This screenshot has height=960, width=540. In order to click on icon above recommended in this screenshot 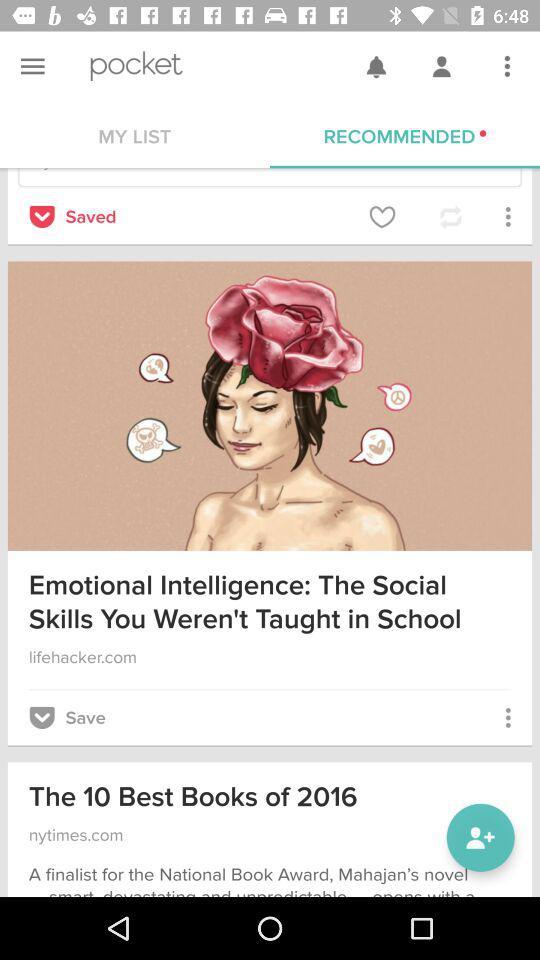, I will do `click(507, 66)`.